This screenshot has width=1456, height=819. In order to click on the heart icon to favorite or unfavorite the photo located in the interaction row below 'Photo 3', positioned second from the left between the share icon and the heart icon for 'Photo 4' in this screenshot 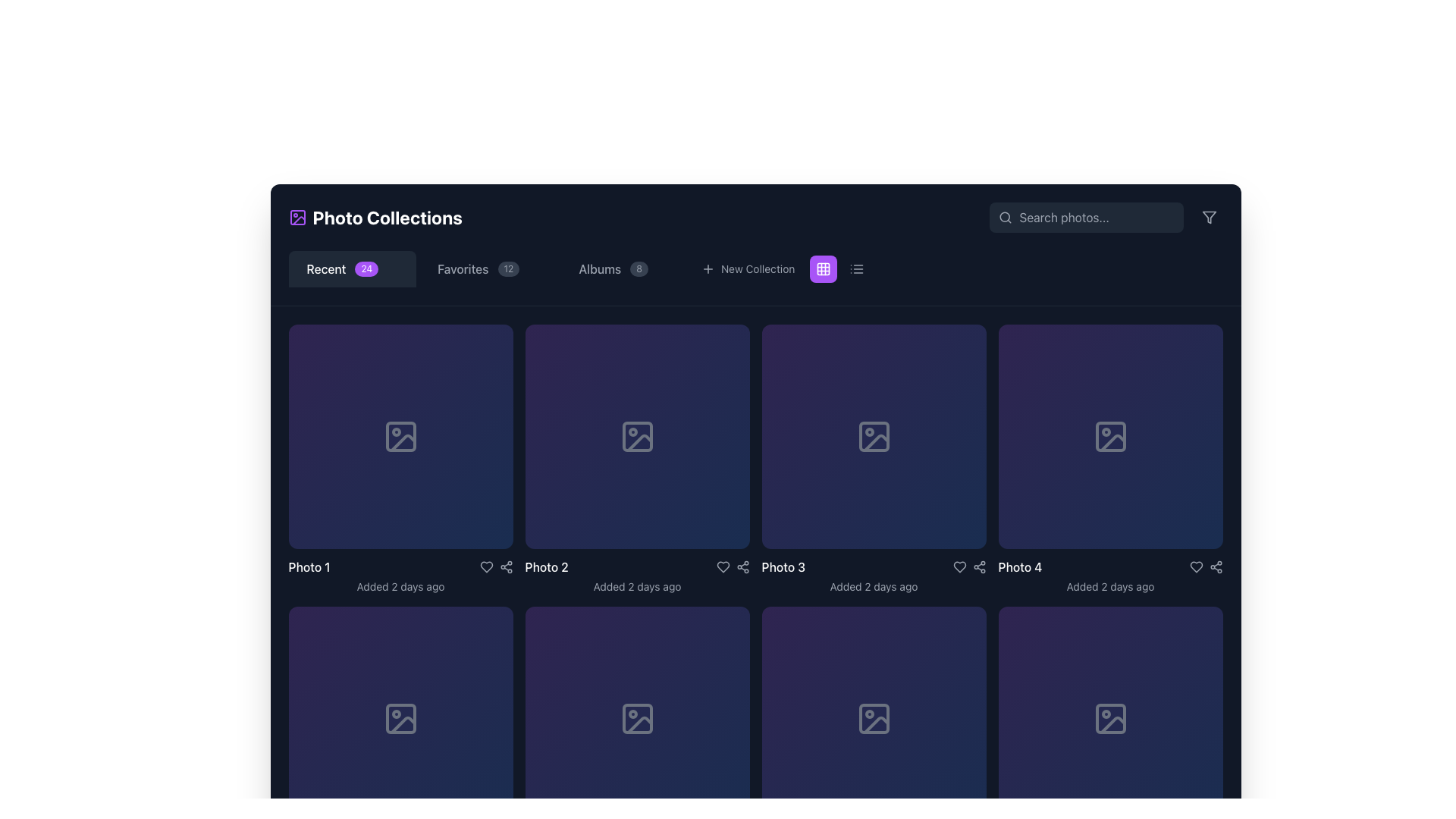, I will do `click(722, 567)`.